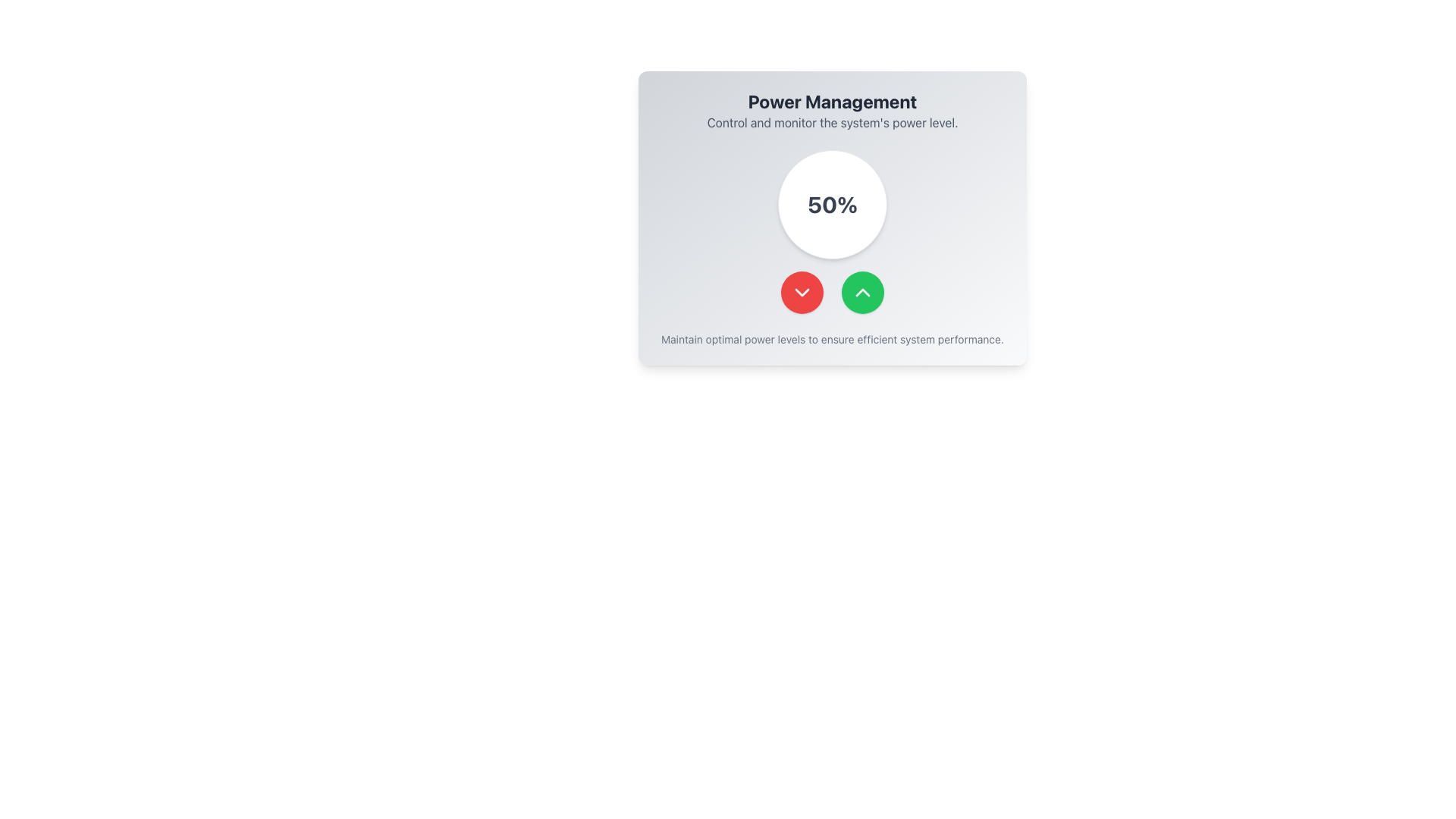  I want to click on the text display that represents a percentage value indicating current power level, located at the center of a circular area in the middle-top portion of the interface, so click(832, 205).